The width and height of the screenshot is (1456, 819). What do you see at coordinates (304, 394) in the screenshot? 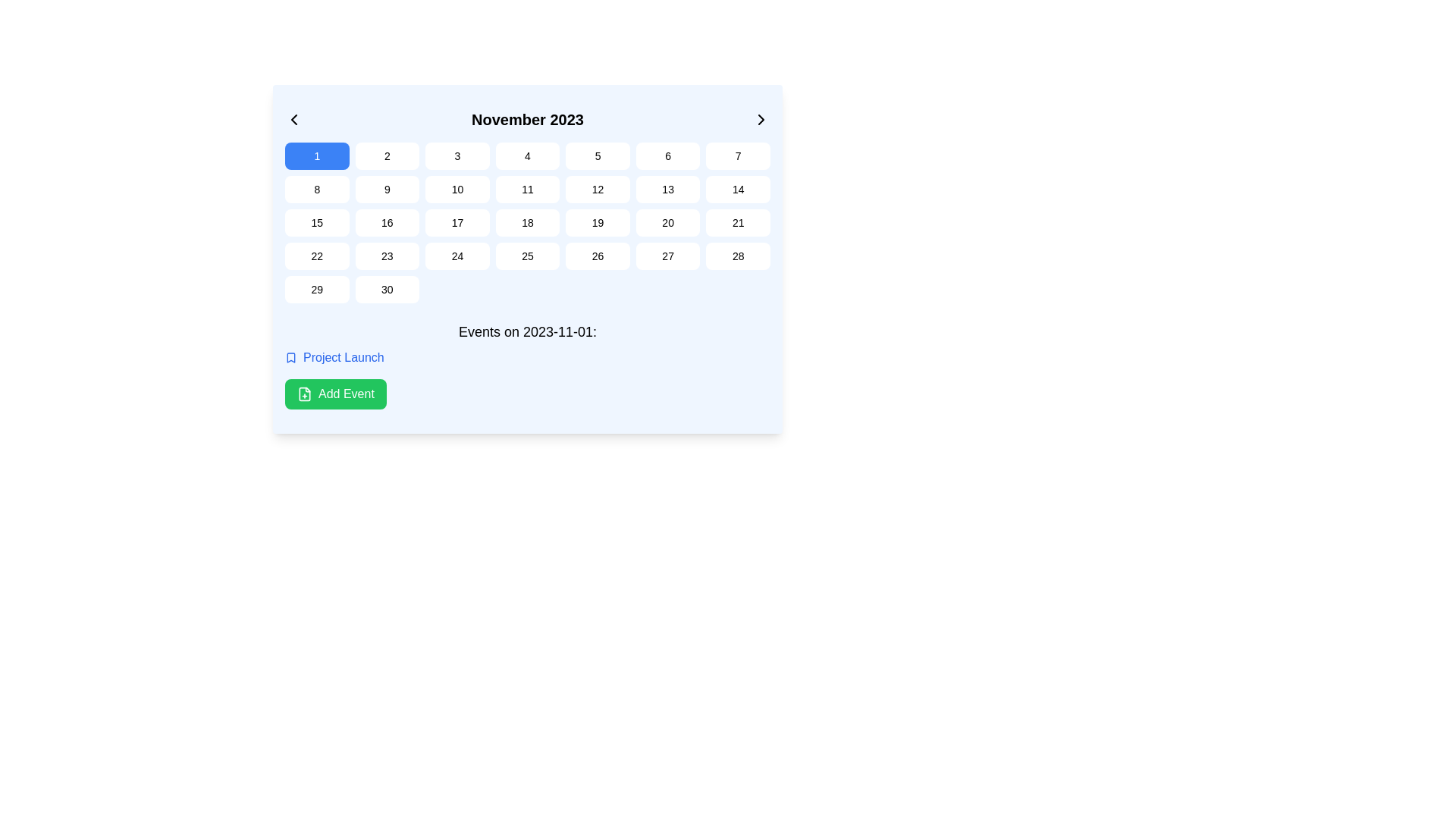
I see `the 'Add Event' icon on the green button located towards the bottom-left of the calendar interface` at bounding box center [304, 394].